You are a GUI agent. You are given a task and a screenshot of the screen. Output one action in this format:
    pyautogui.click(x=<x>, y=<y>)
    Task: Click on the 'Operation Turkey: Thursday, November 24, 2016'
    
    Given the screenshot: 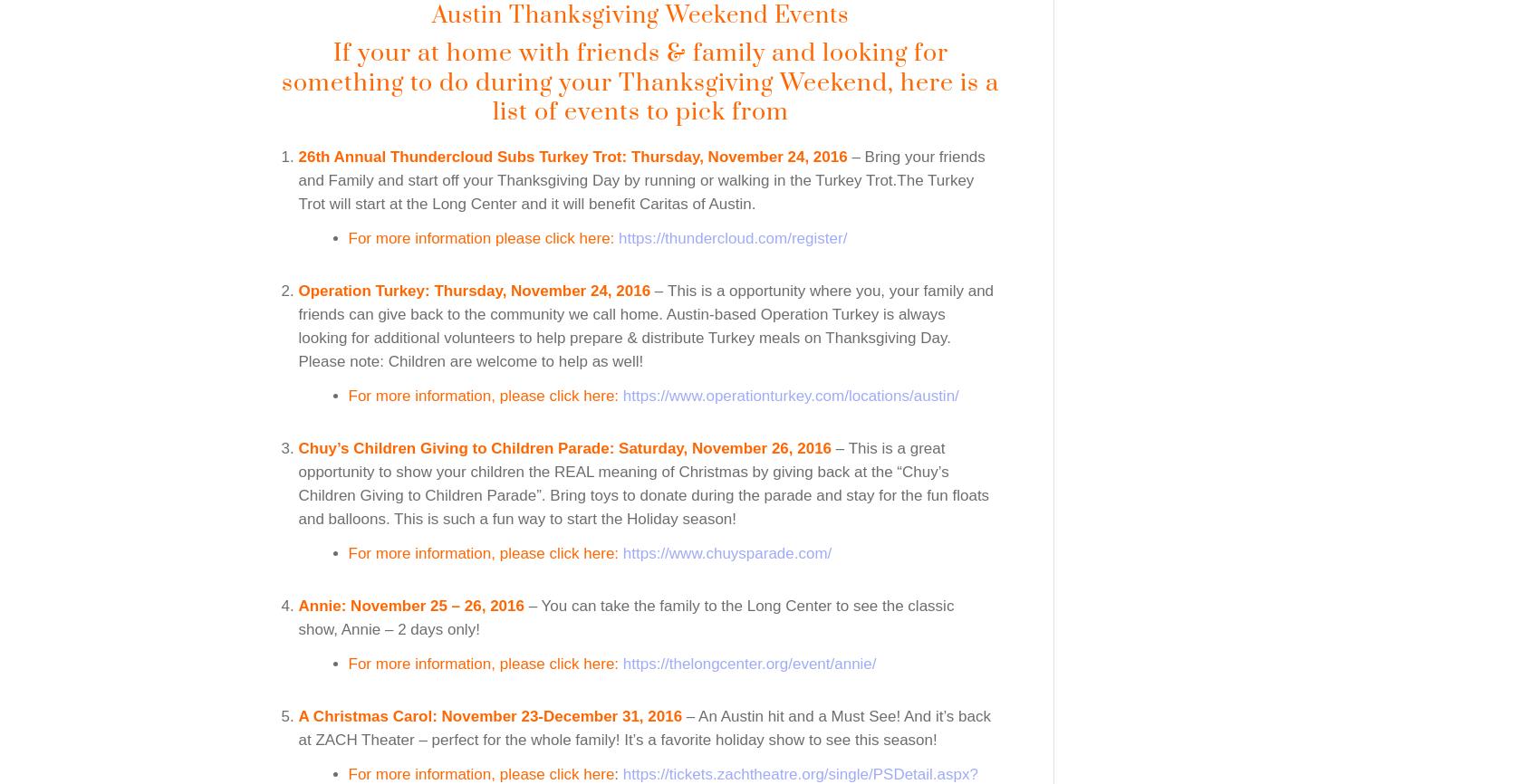 What is the action you would take?
    pyautogui.click(x=475, y=289)
    